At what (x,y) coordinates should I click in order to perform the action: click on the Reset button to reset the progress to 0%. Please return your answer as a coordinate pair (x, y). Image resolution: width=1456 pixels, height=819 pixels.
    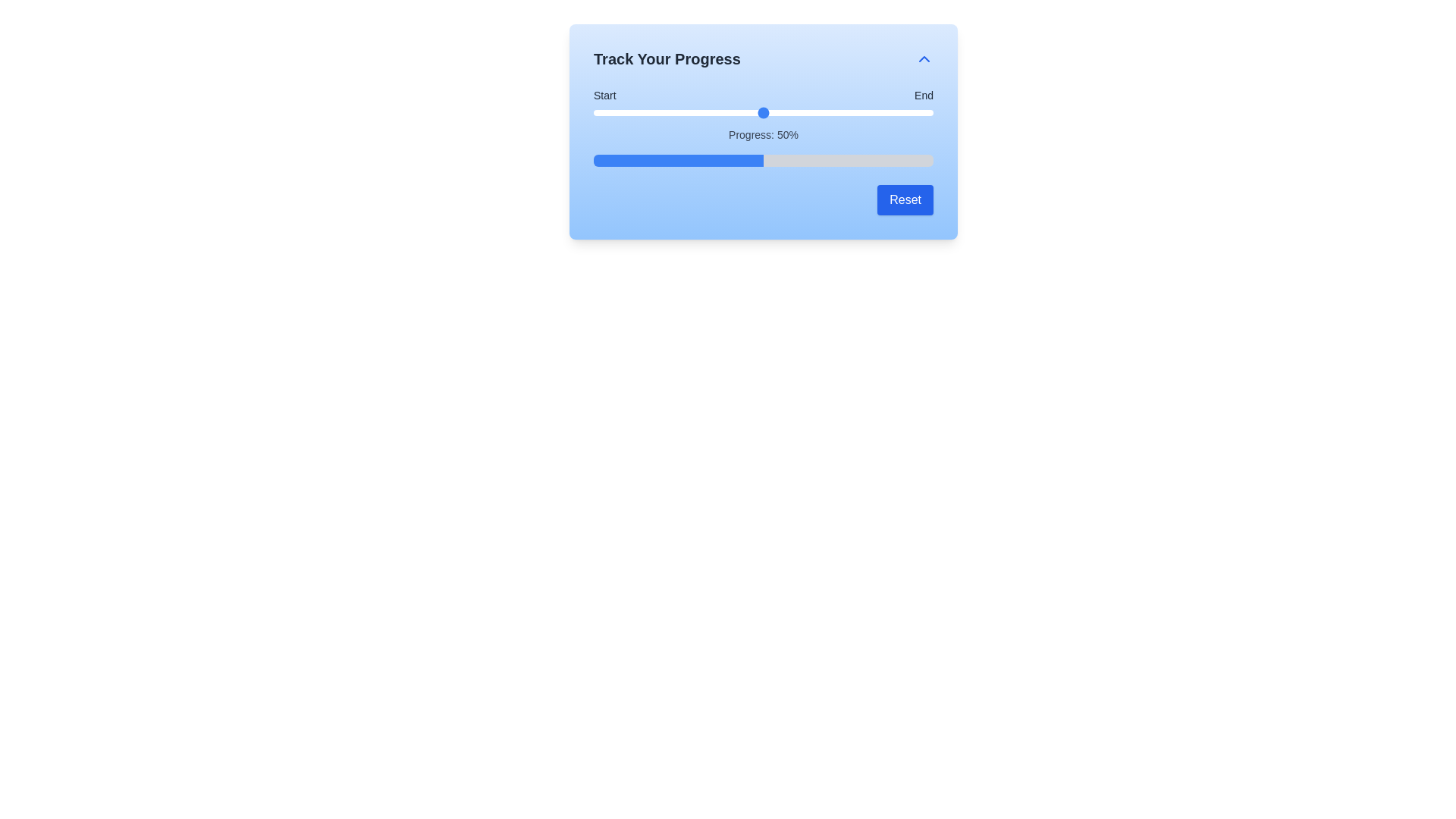
    Looking at the image, I should click on (905, 199).